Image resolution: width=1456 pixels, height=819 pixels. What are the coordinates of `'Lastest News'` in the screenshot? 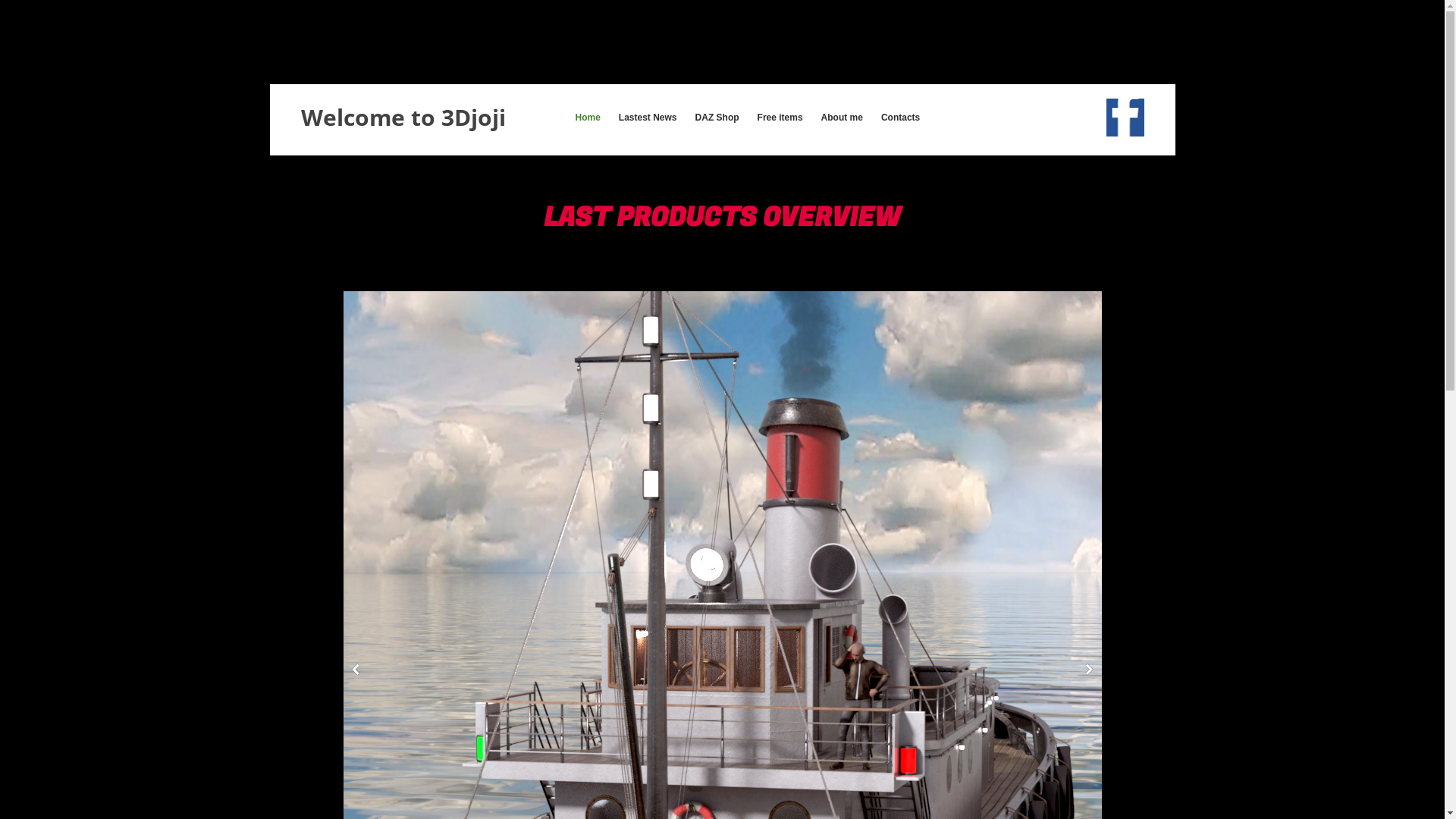 It's located at (648, 116).